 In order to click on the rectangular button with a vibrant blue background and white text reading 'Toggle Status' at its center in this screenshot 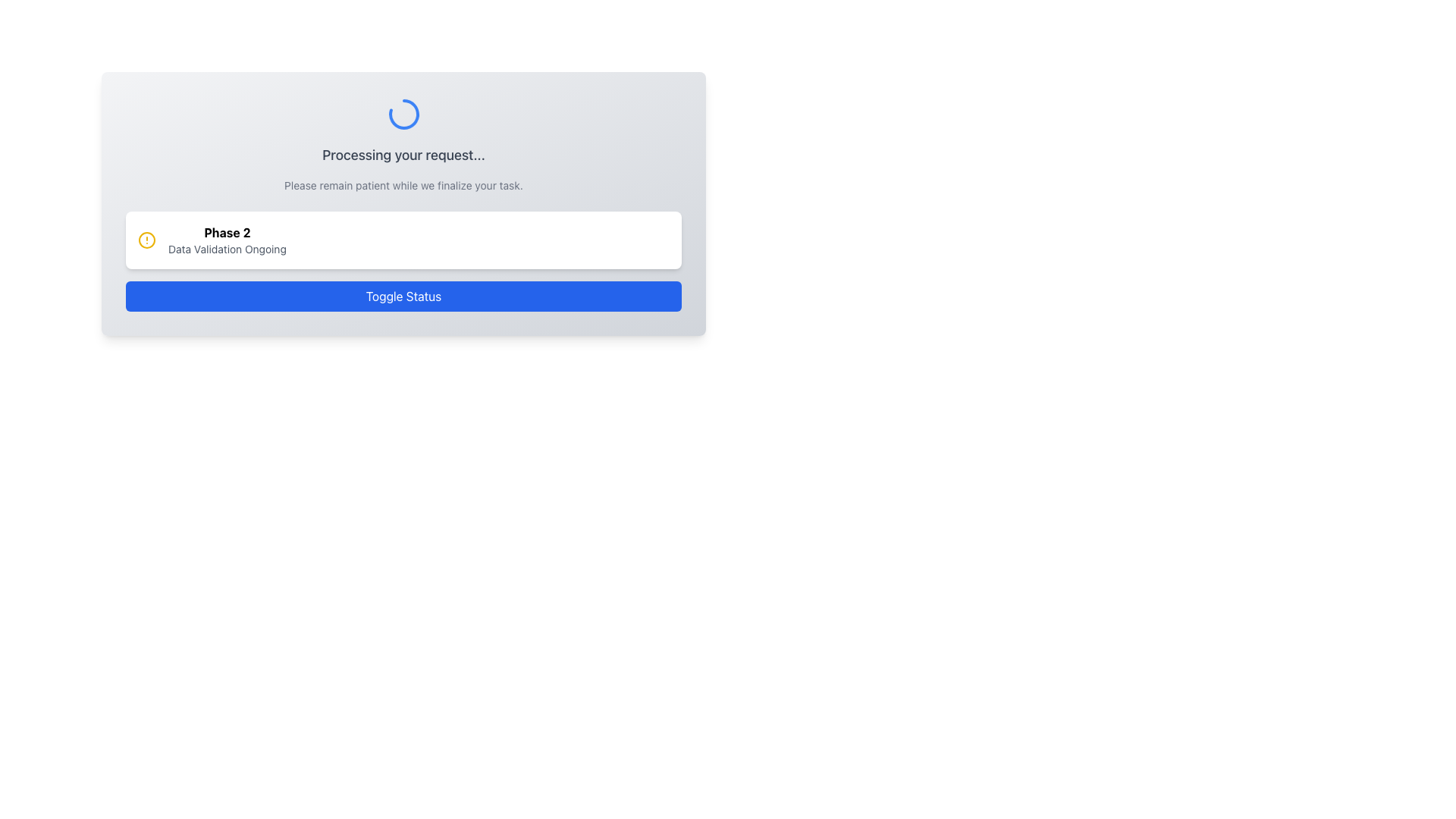, I will do `click(403, 296)`.